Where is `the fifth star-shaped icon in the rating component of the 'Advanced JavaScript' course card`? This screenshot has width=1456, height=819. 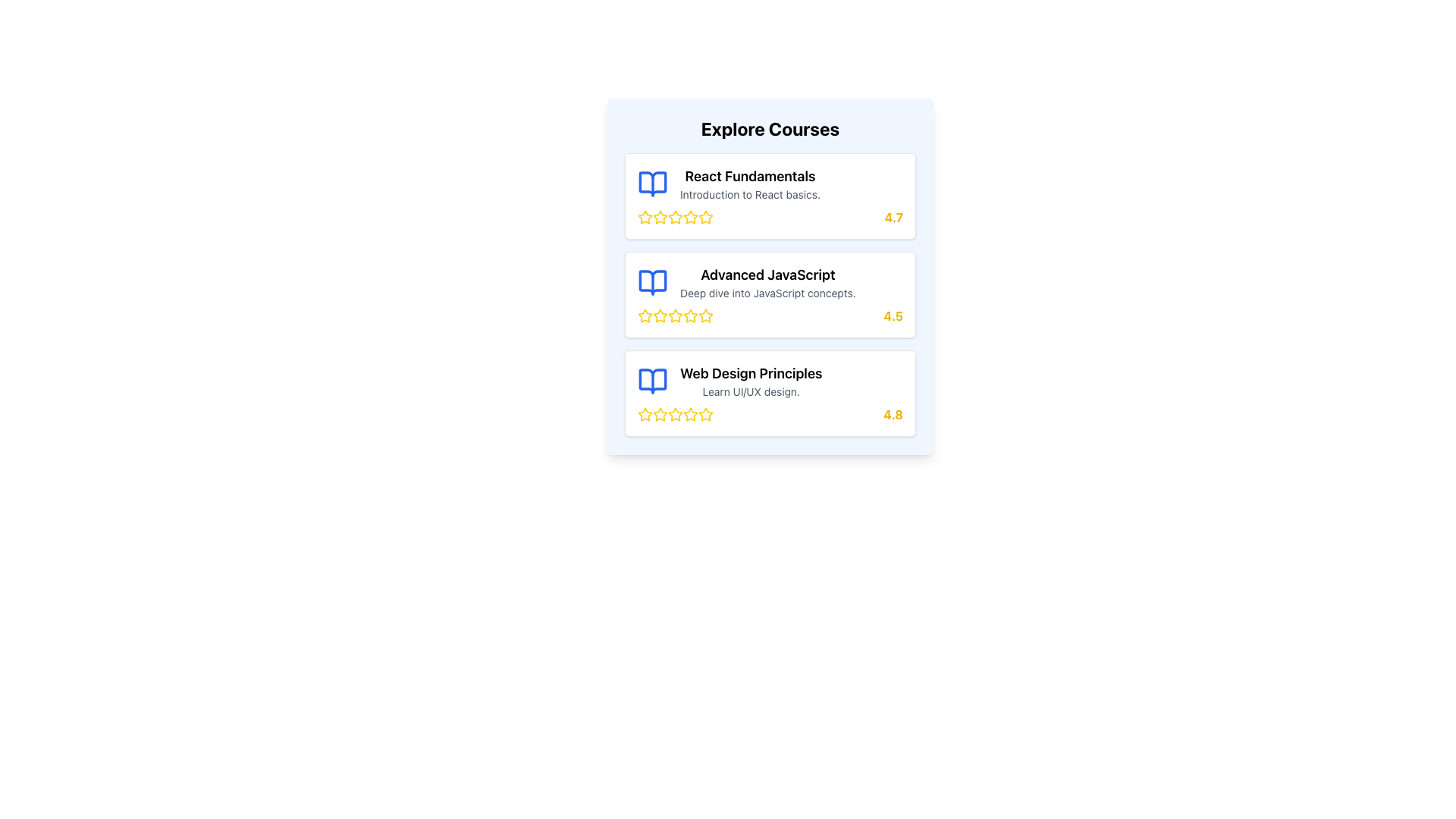
the fifth star-shaped icon in the rating component of the 'Advanced JavaScript' course card is located at coordinates (675, 315).